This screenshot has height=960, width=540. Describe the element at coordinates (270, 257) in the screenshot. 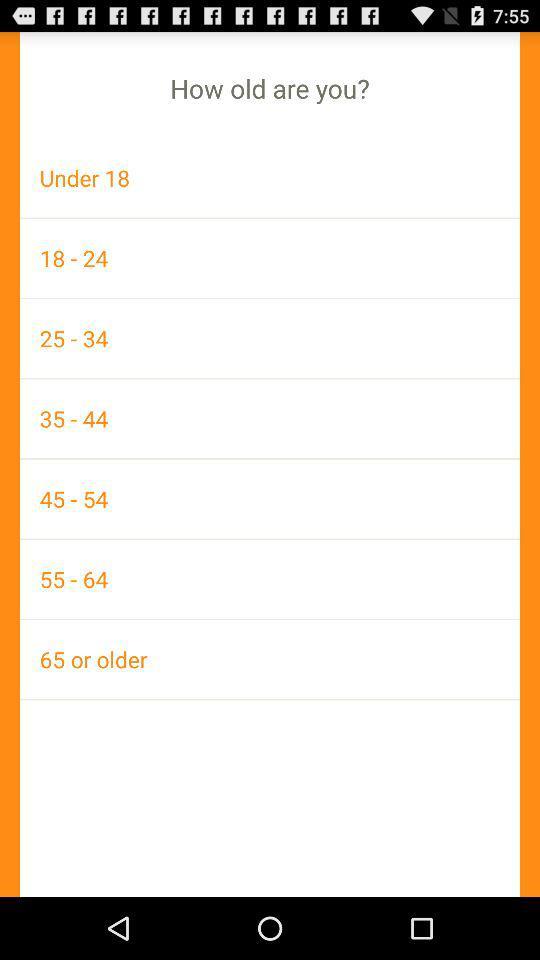

I see `the icon above 25 - 34 item` at that location.